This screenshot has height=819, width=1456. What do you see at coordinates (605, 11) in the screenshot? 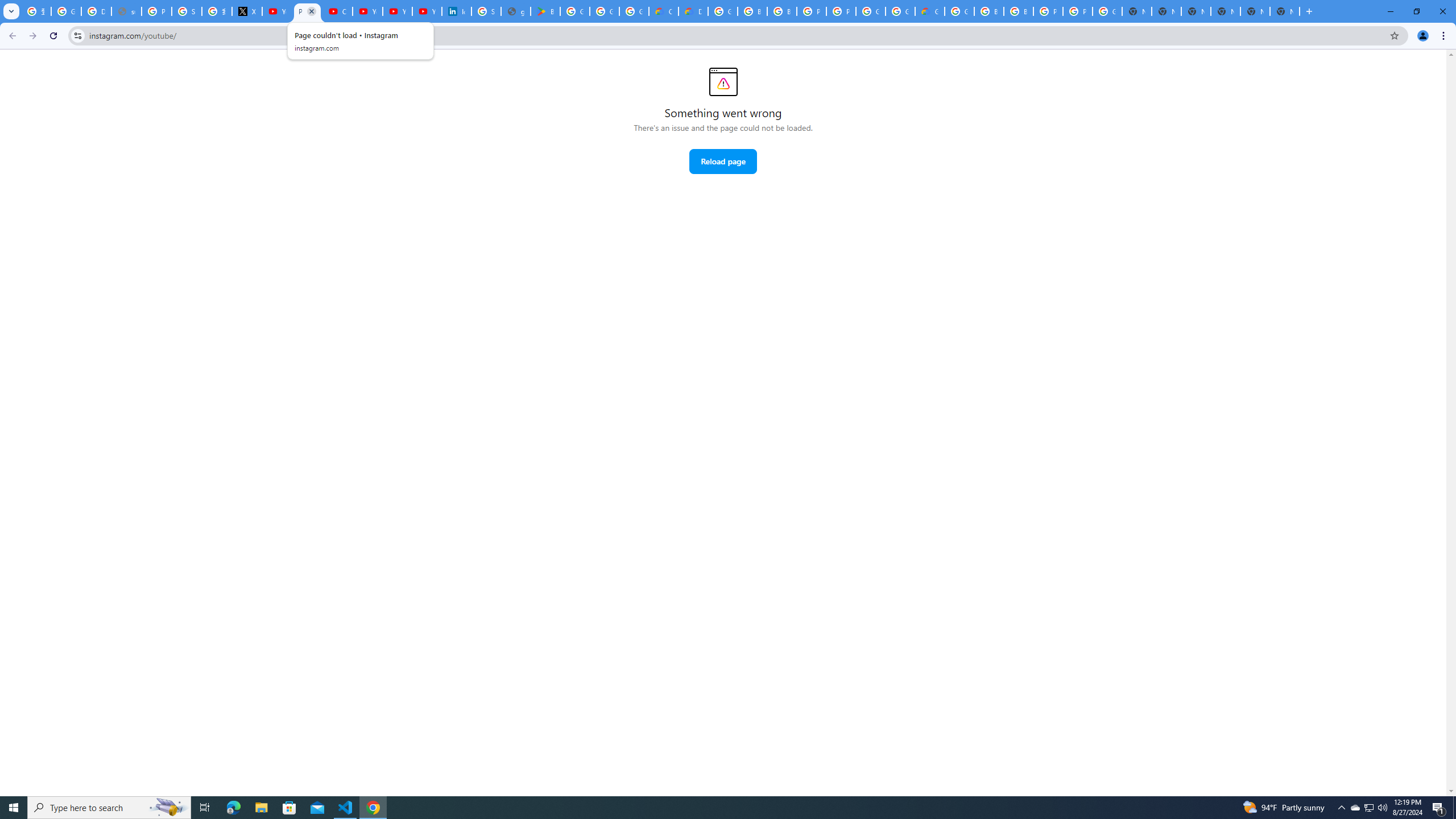
I see `'Google Workspace - Specific Terms'` at bounding box center [605, 11].